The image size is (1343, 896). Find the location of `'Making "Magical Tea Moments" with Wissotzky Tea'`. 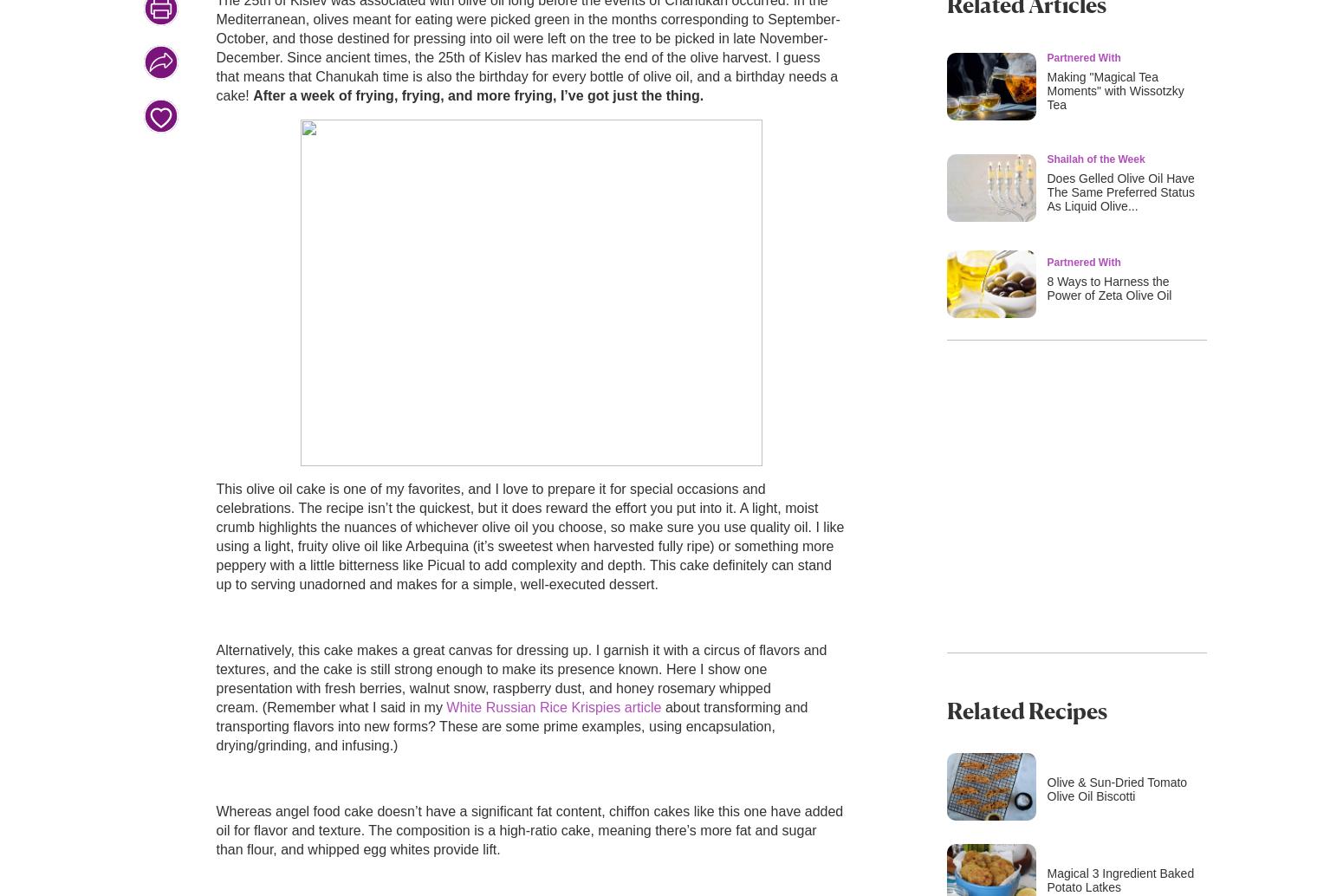

'Making "Magical Tea Moments" with Wissotzky Tea' is located at coordinates (1113, 90).